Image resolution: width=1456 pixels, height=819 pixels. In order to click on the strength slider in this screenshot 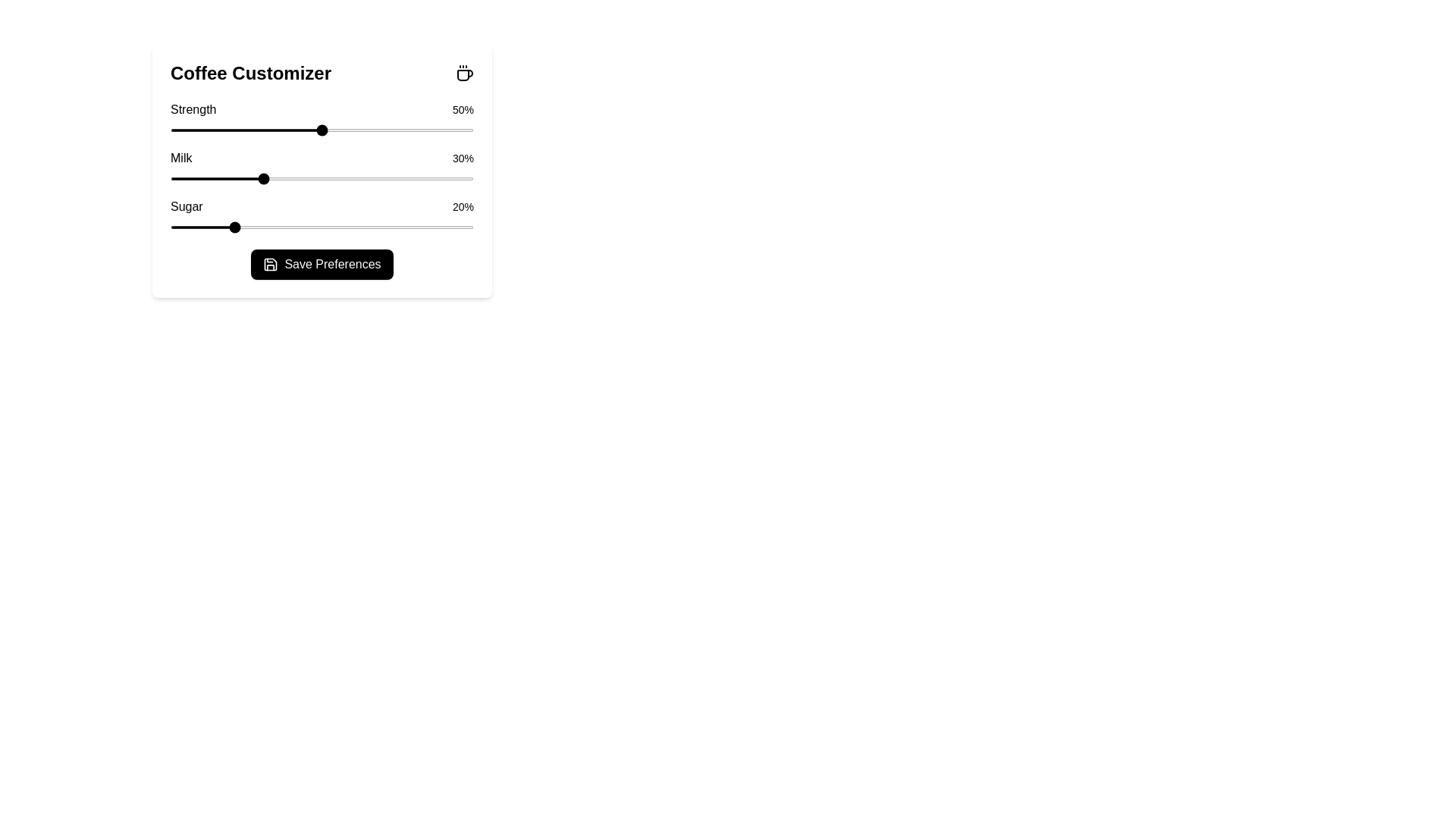, I will do `click(212, 130)`.